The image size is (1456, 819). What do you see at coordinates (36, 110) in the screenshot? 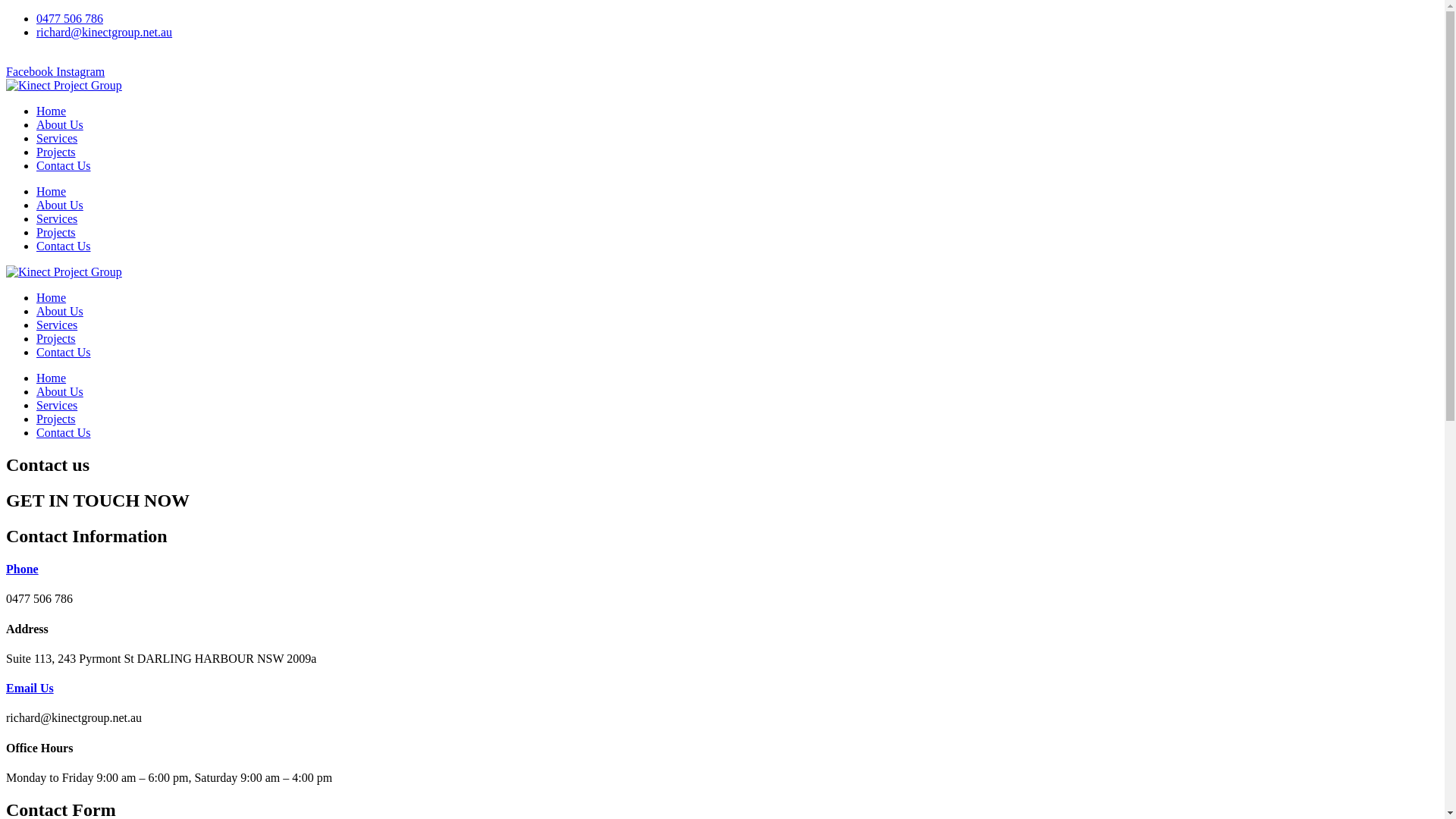
I see `'Home'` at bounding box center [36, 110].